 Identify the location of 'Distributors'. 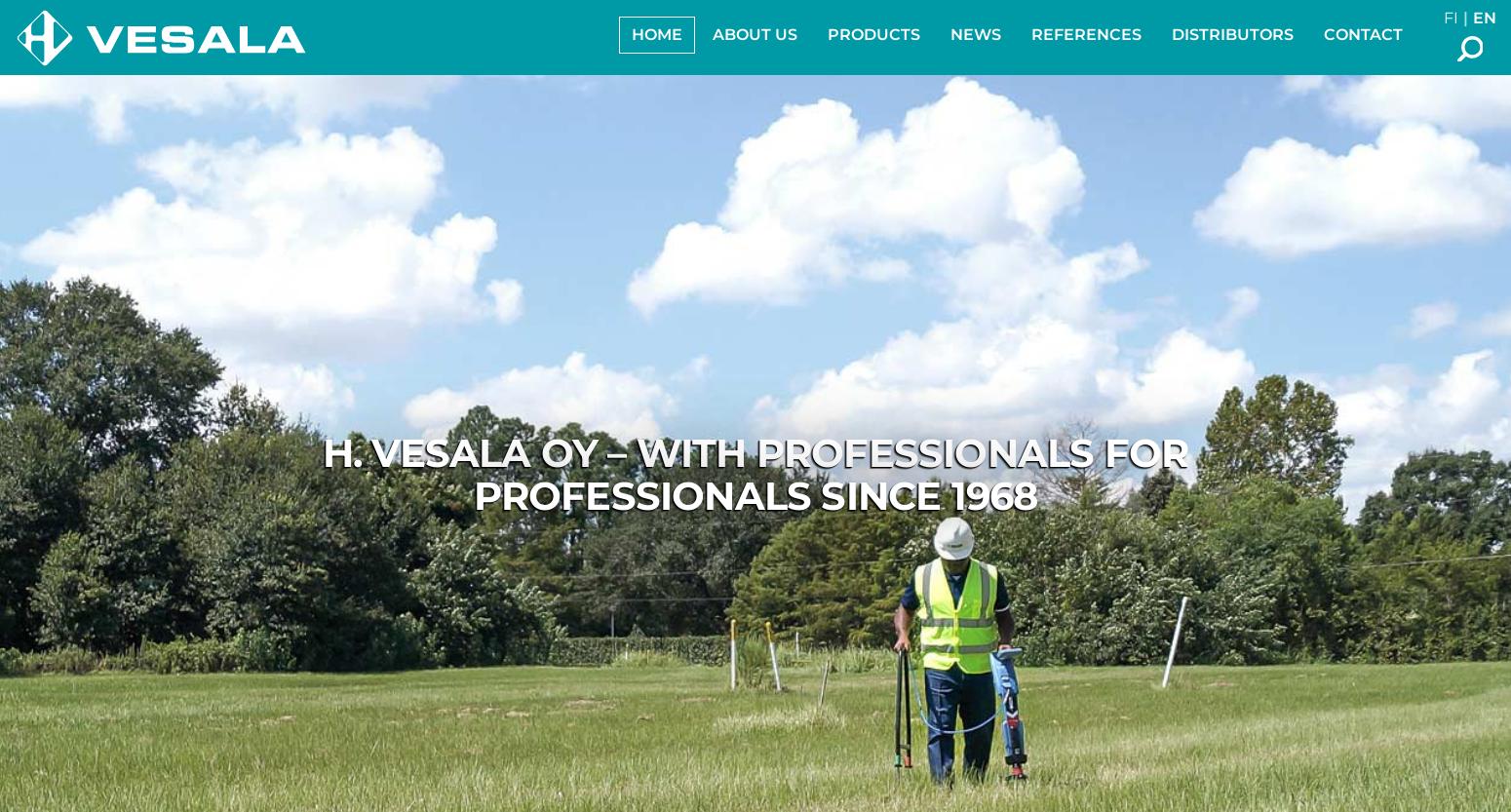
(1172, 34).